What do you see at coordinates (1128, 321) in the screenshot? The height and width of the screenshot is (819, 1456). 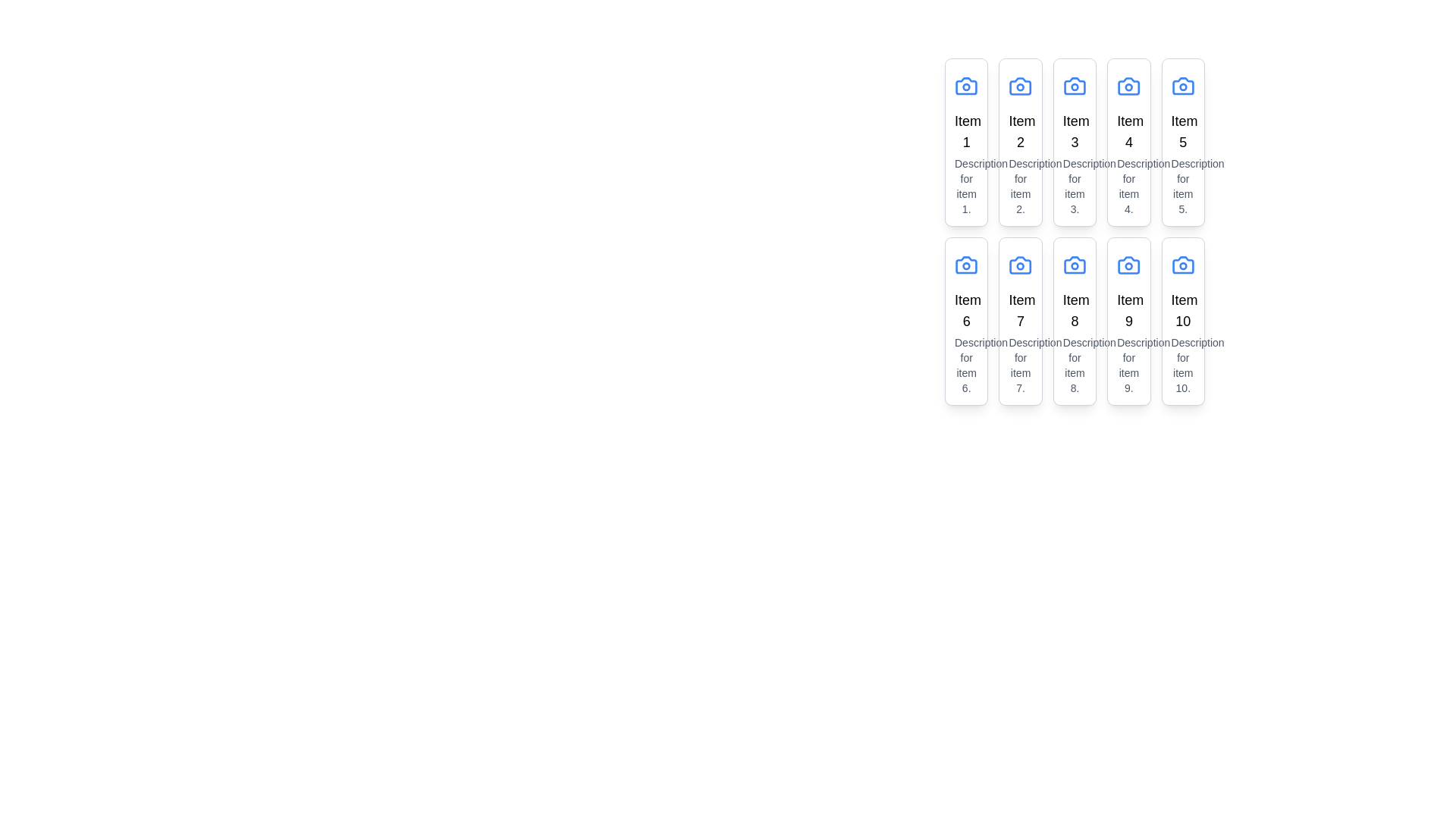 I see `the Card component representing 'Item 9', which is the fifth card in the second row of the grid layout` at bounding box center [1128, 321].